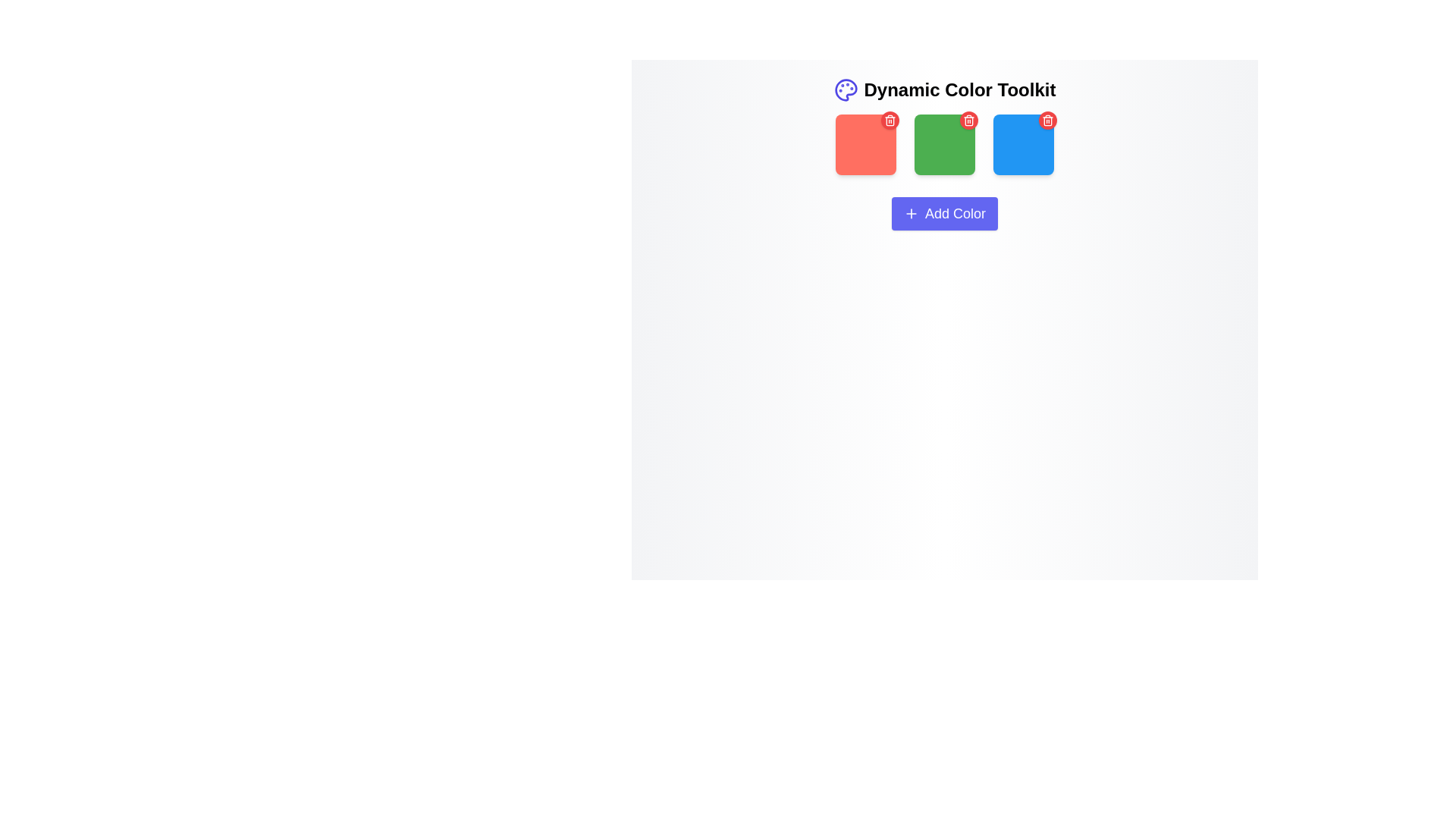 The image size is (1456, 819). Describe the element at coordinates (866, 145) in the screenshot. I see `the leftmost red square button in the 'Dynamic Color Toolkit' section` at that location.